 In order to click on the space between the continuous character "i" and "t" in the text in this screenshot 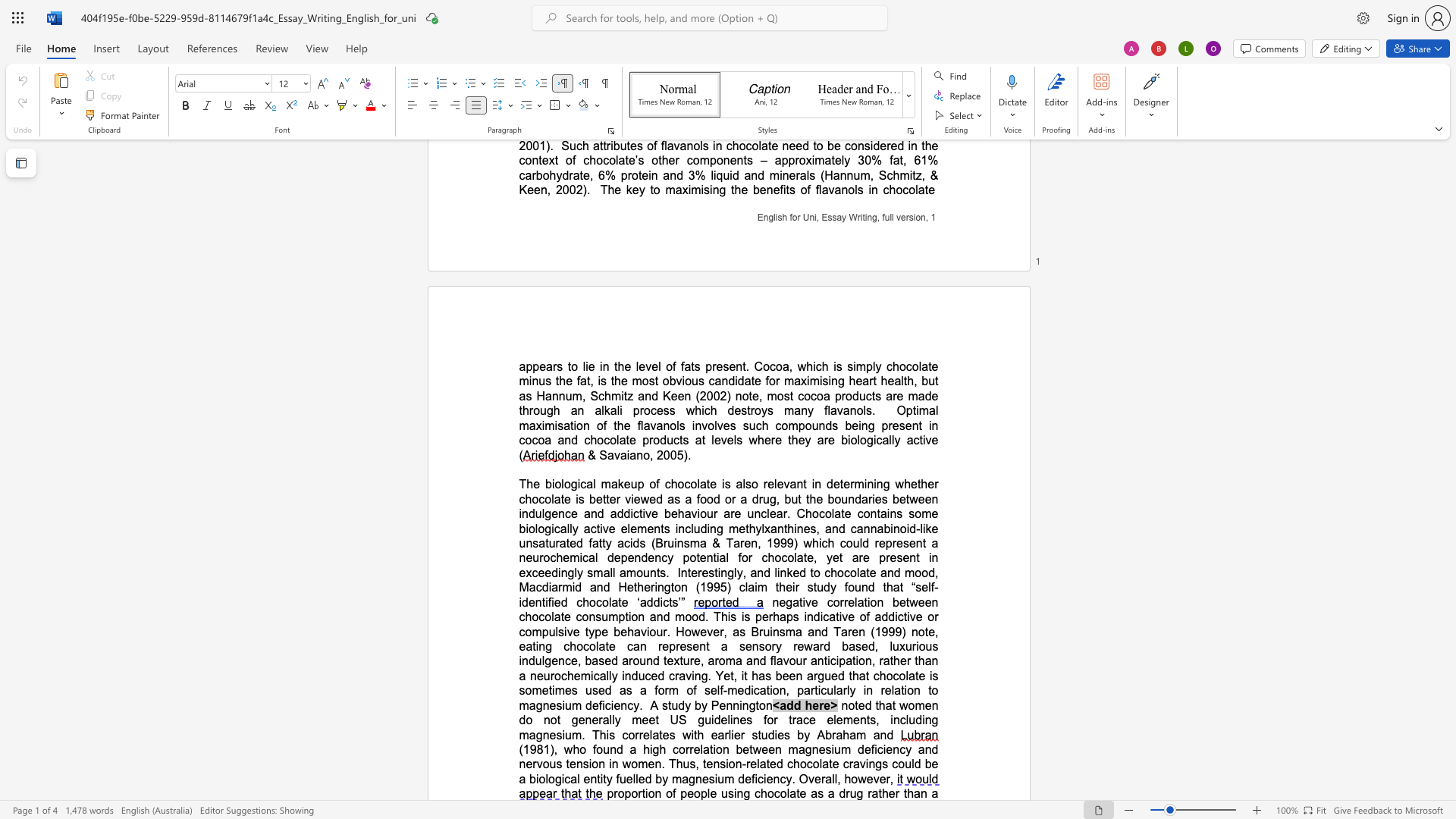, I will do `click(912, 174)`.